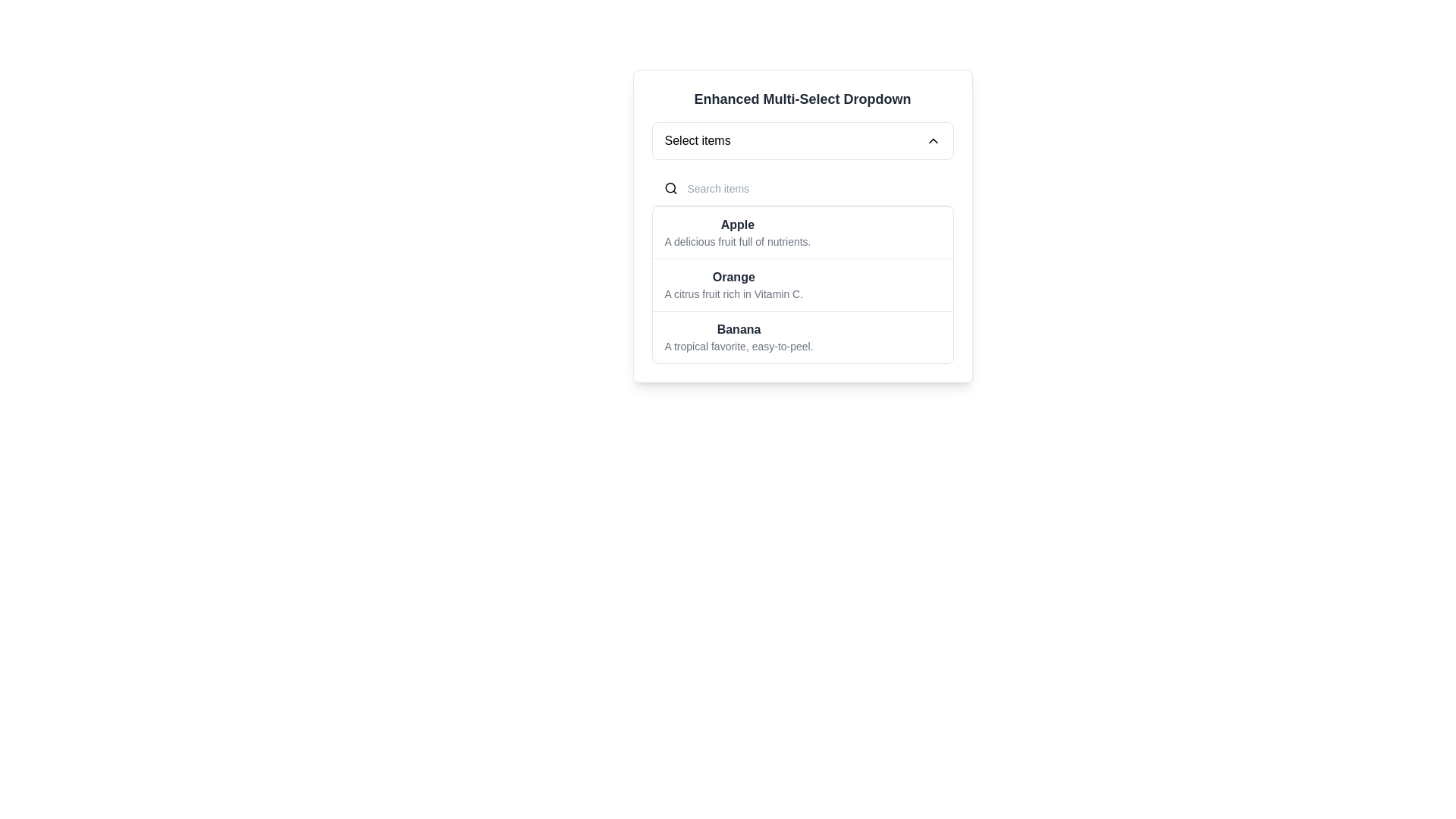 The image size is (1456, 819). Describe the element at coordinates (739, 329) in the screenshot. I see `the 'Banana' text label in the dropdown list` at that location.